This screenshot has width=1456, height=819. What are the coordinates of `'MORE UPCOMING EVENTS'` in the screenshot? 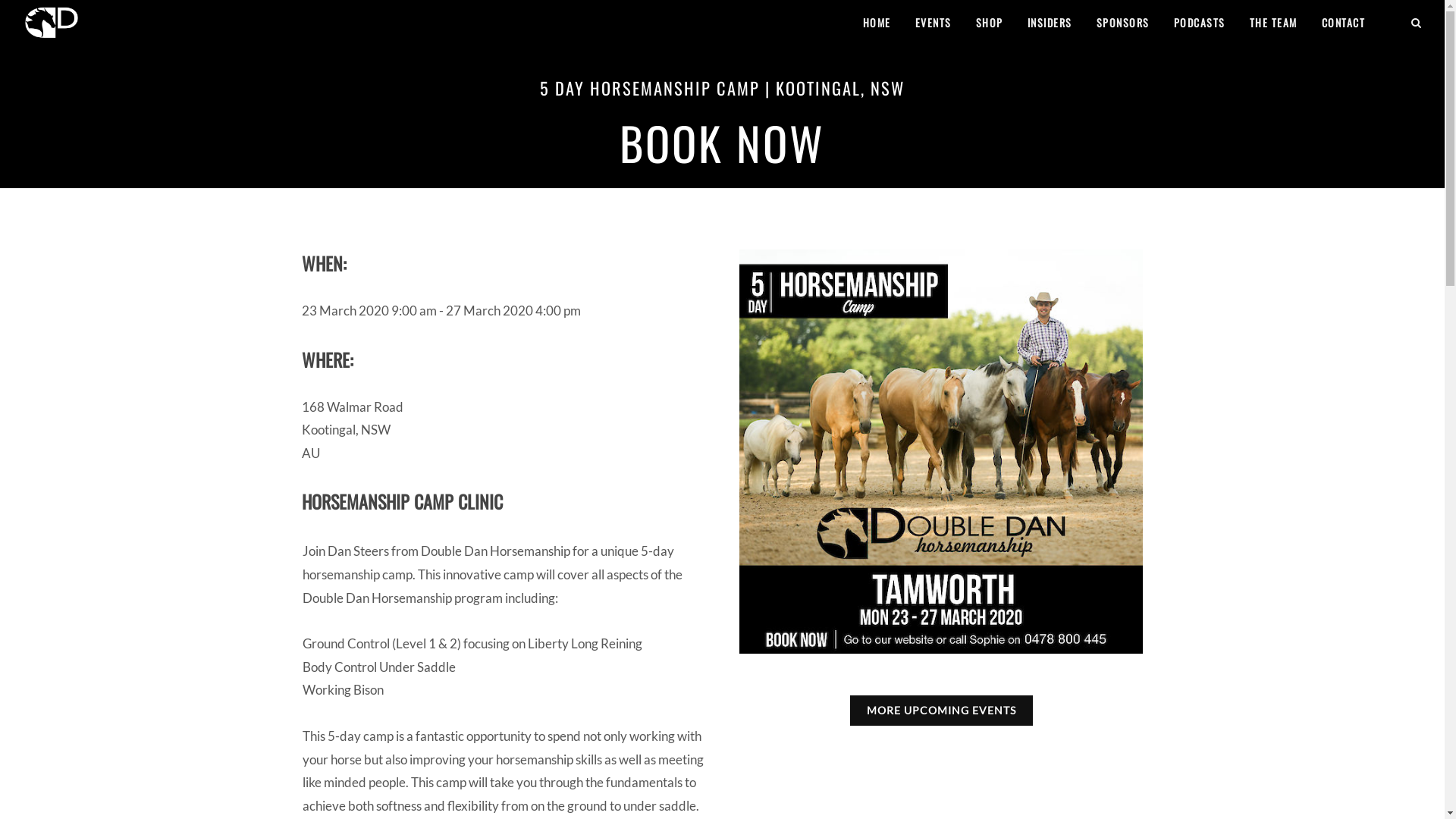 It's located at (940, 711).